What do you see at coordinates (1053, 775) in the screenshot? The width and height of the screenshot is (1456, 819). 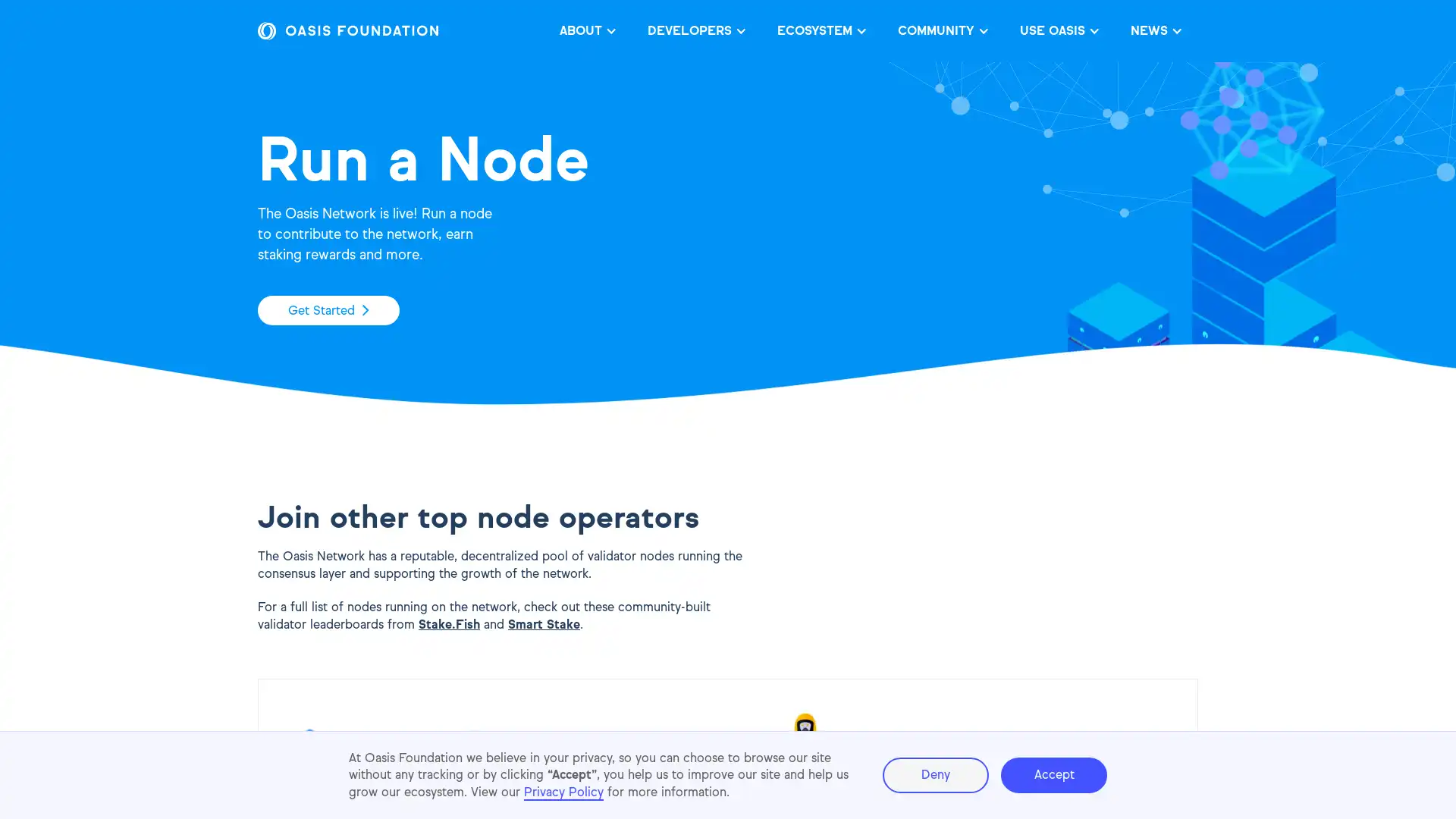 I see `Accept` at bounding box center [1053, 775].